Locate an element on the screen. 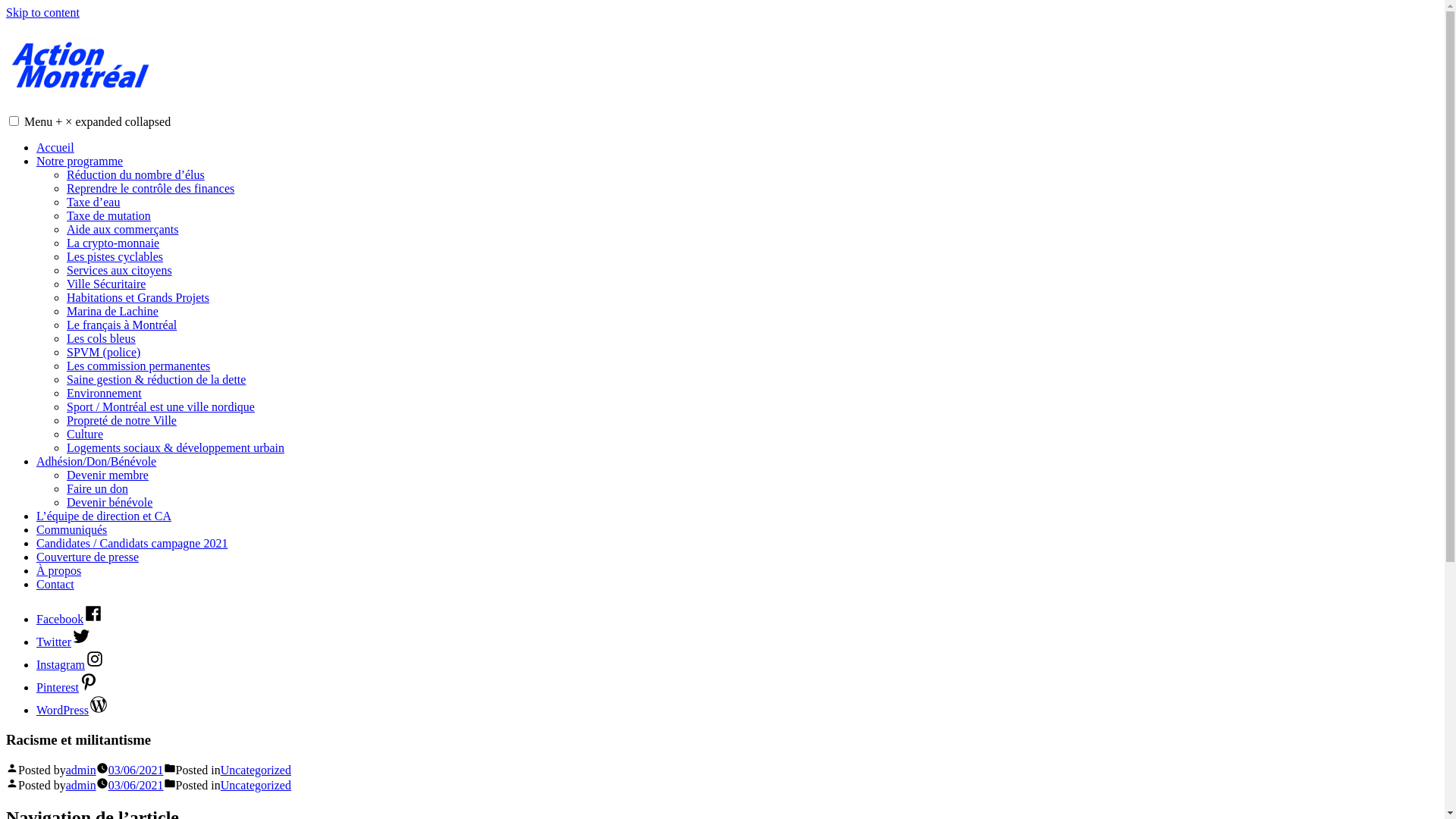 This screenshot has height=819, width=1456. '03/06/2021' is located at coordinates (136, 770).